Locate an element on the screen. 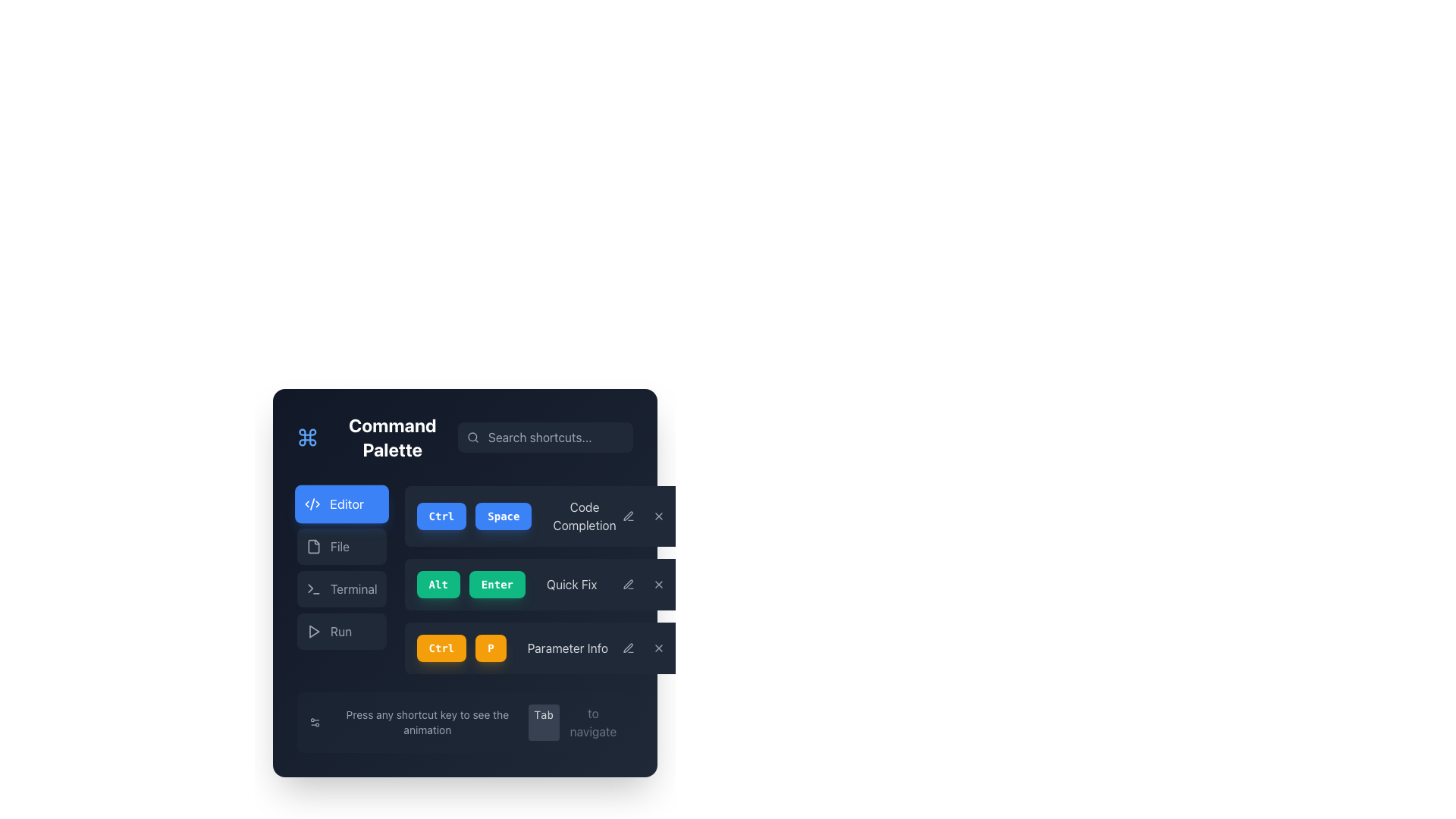 This screenshot has width=1456, height=819. the pen icon located to the right of the 'Code Completion' text in the Command Palette interface is located at coordinates (628, 516).